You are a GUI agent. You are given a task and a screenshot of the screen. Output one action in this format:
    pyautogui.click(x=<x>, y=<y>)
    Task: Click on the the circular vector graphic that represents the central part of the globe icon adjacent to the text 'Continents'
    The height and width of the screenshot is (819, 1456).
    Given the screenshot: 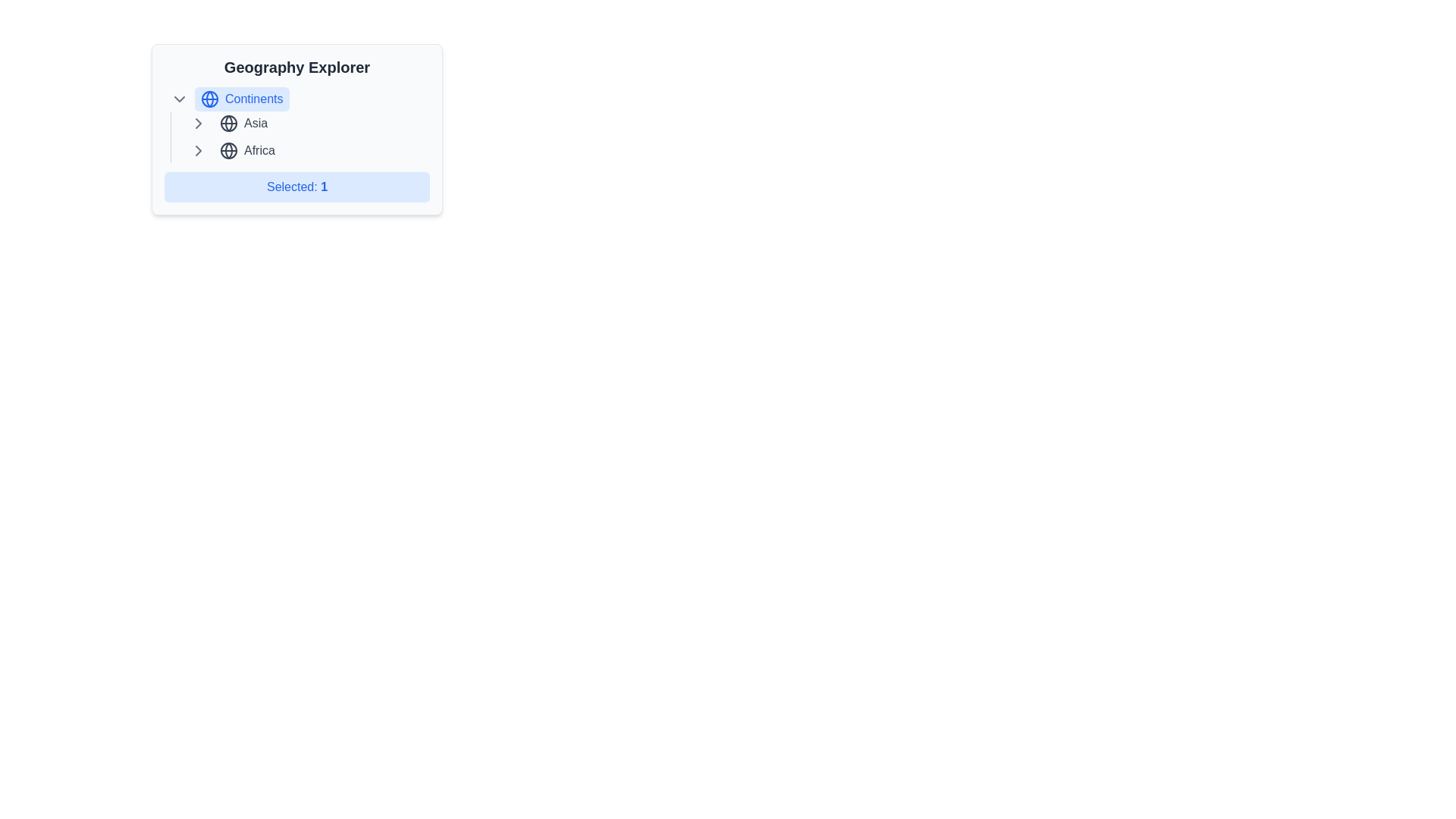 What is the action you would take?
    pyautogui.click(x=209, y=99)
    